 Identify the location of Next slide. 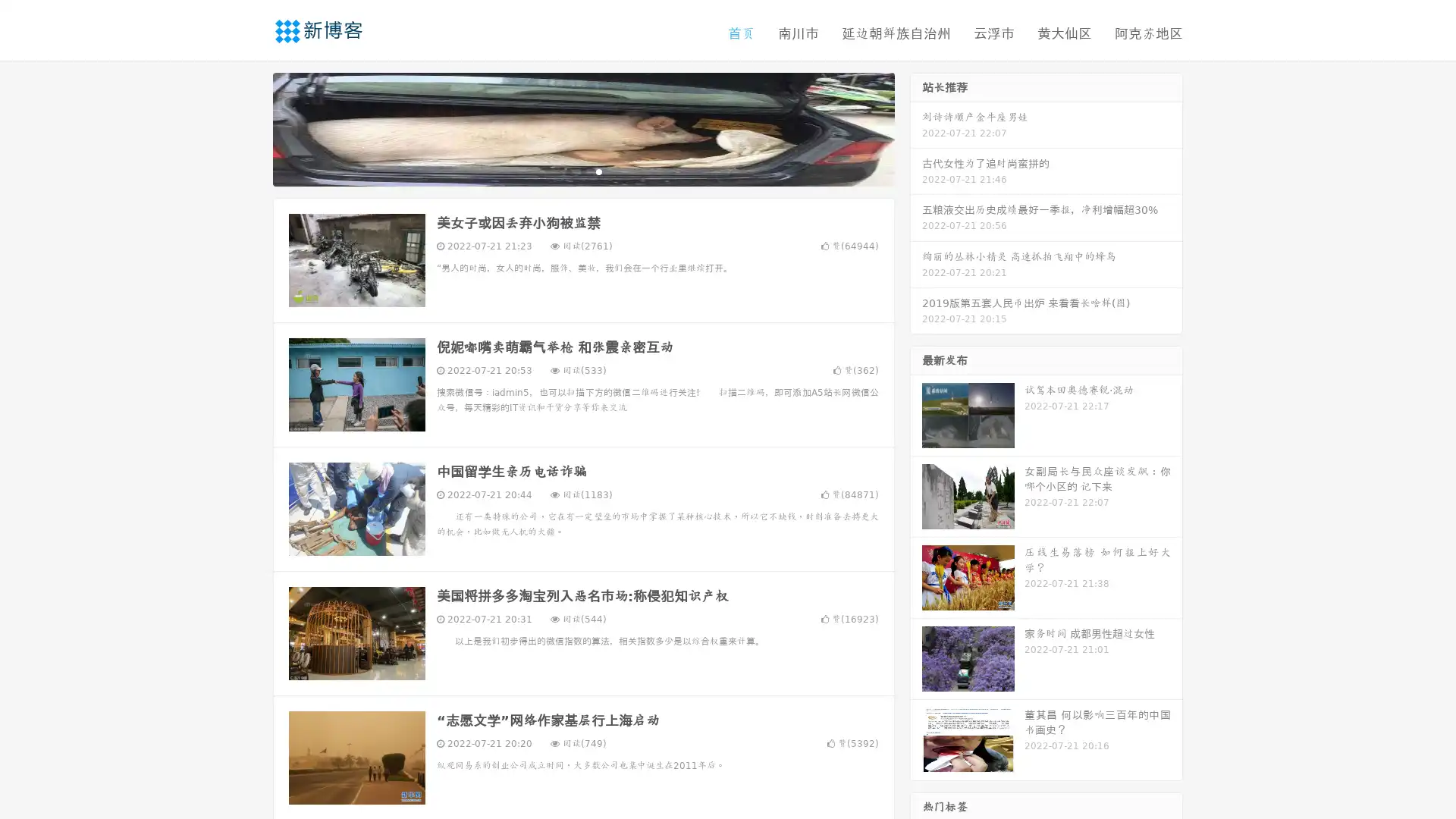
(916, 127).